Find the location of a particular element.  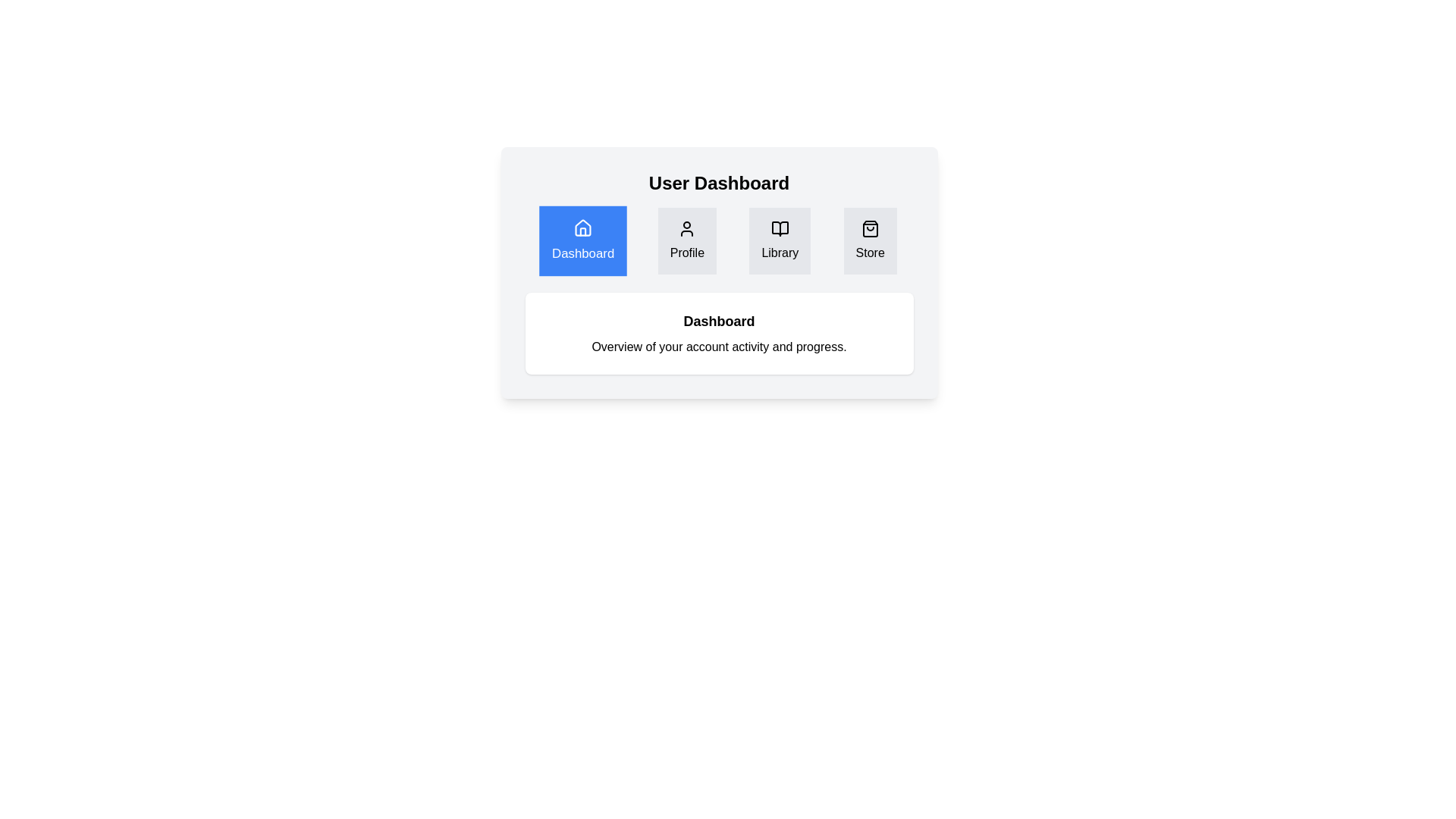

the tab labeled Dashboard to view its content is located at coordinates (582, 240).